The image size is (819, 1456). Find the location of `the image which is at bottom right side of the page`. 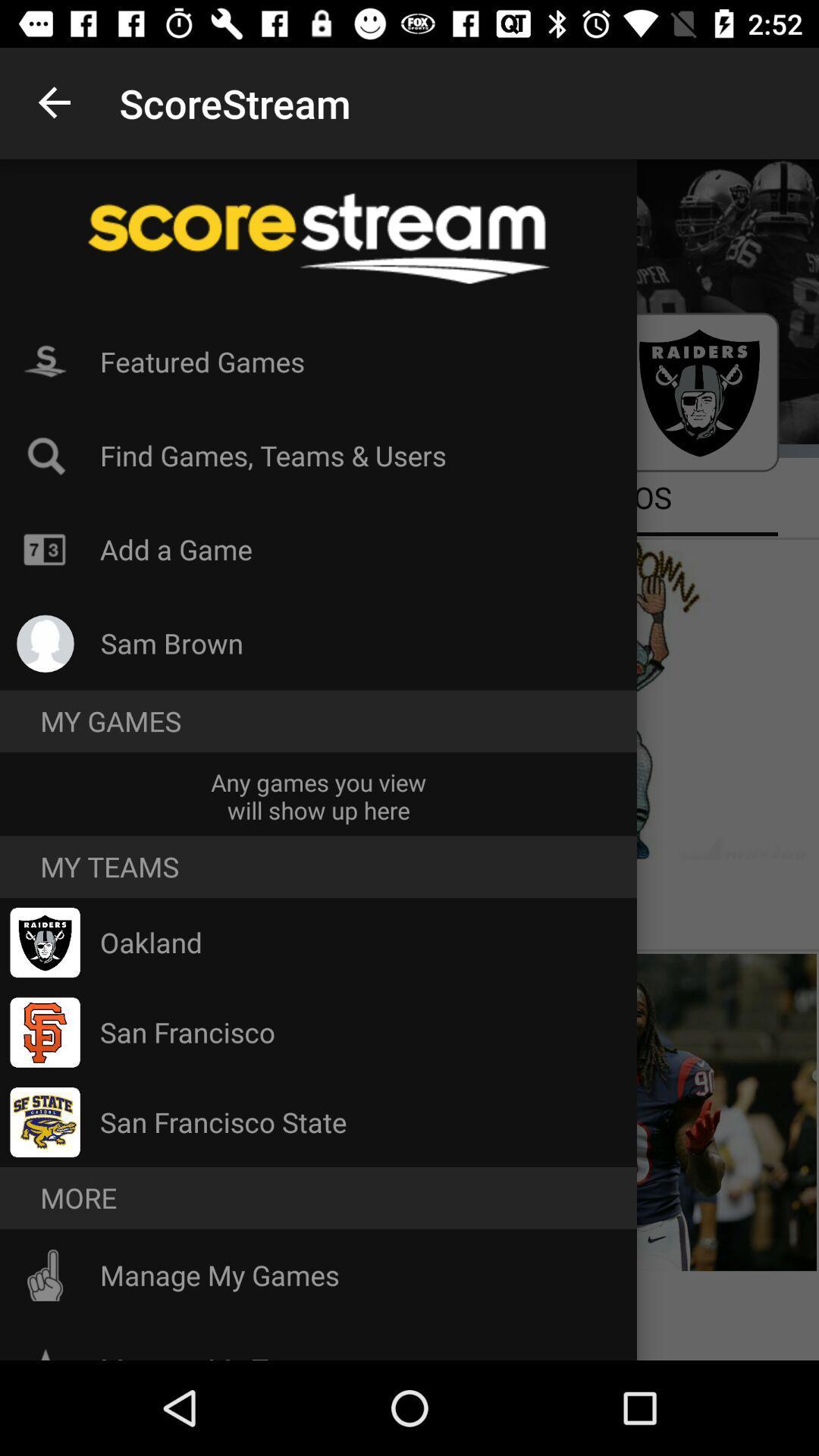

the image which is at bottom right side of the page is located at coordinates (614, 1112).